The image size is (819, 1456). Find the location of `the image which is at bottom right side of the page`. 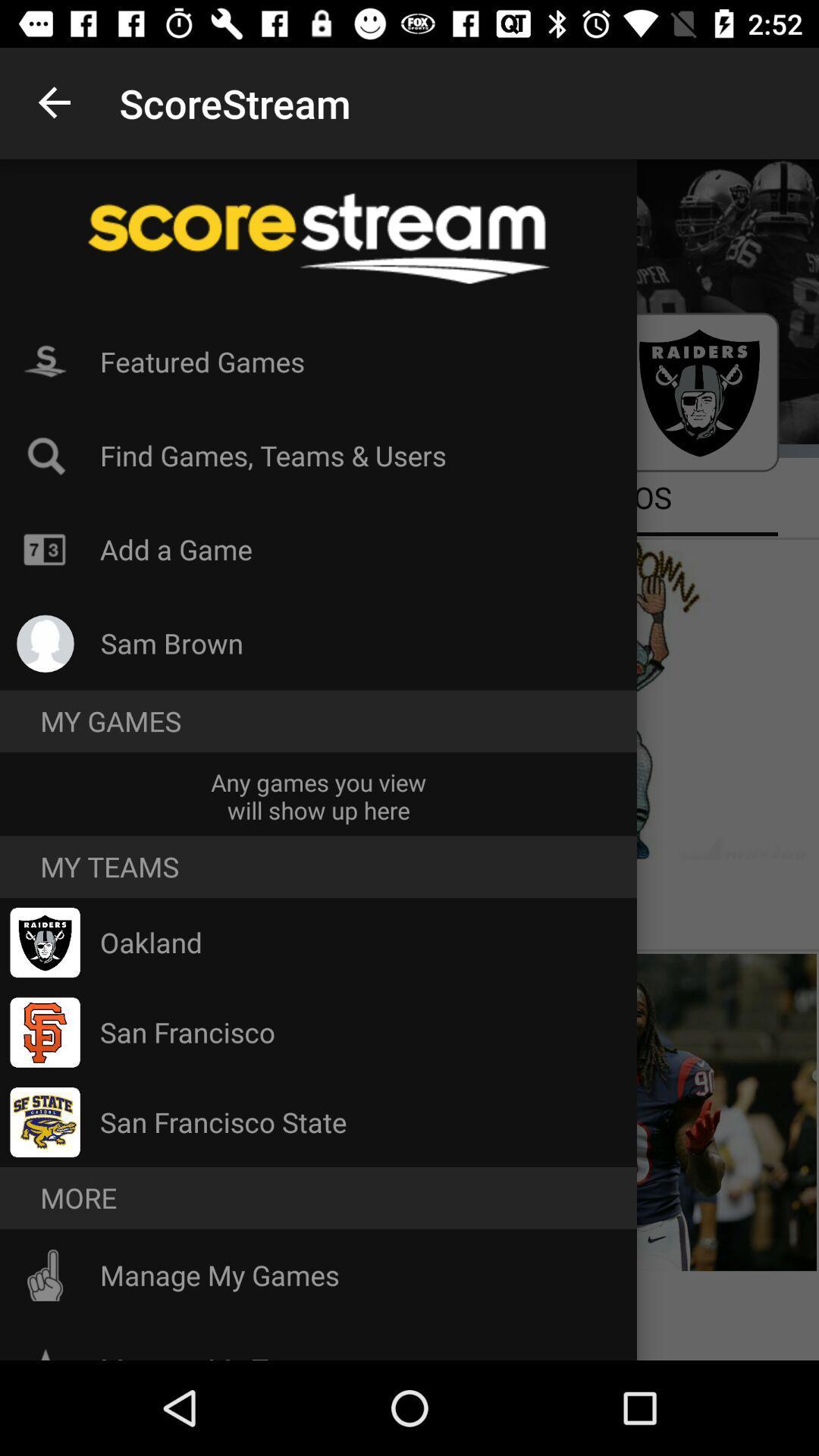

the image which is at bottom right side of the page is located at coordinates (614, 1112).